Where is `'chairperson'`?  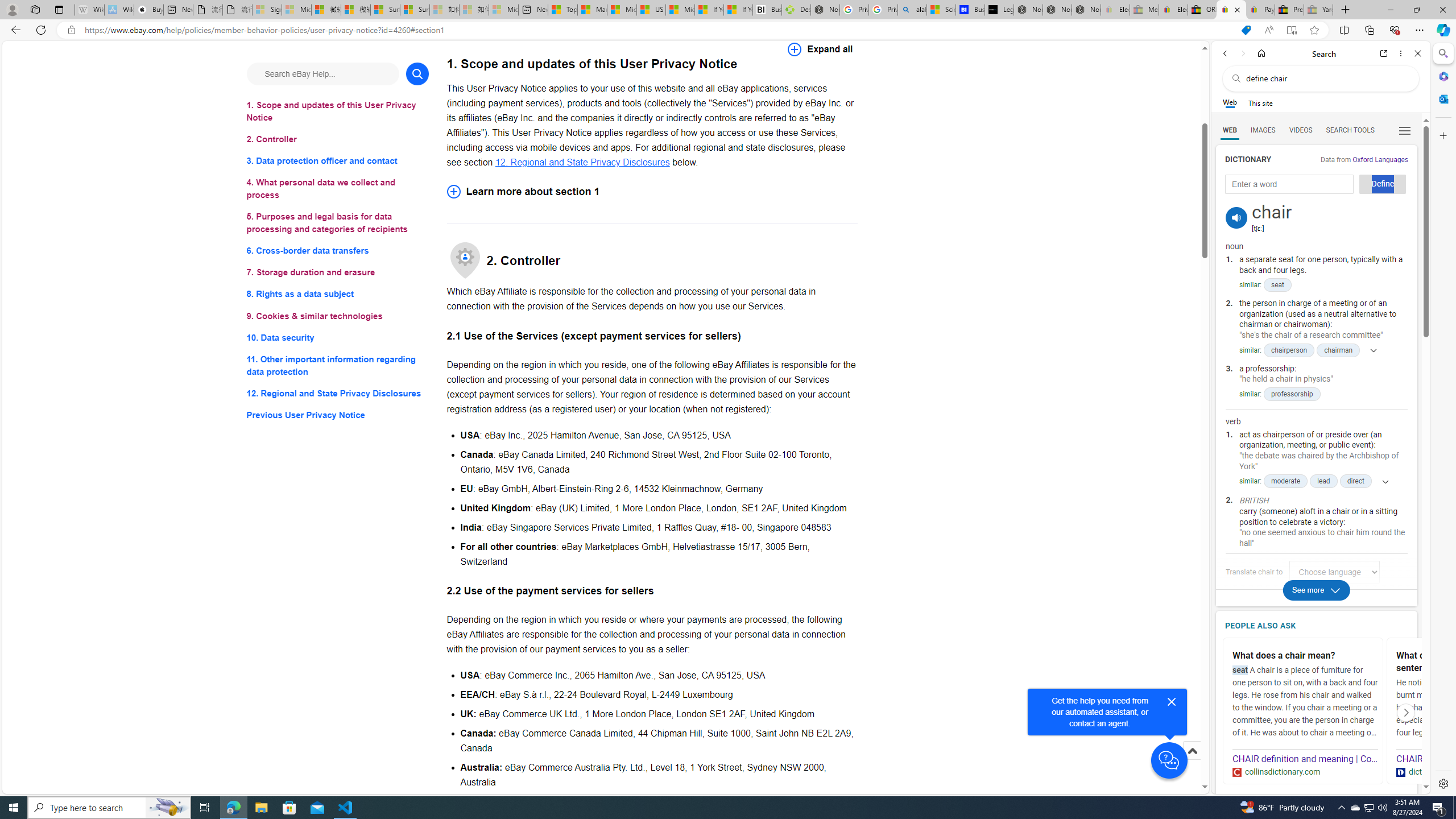
'chairperson' is located at coordinates (1289, 349).